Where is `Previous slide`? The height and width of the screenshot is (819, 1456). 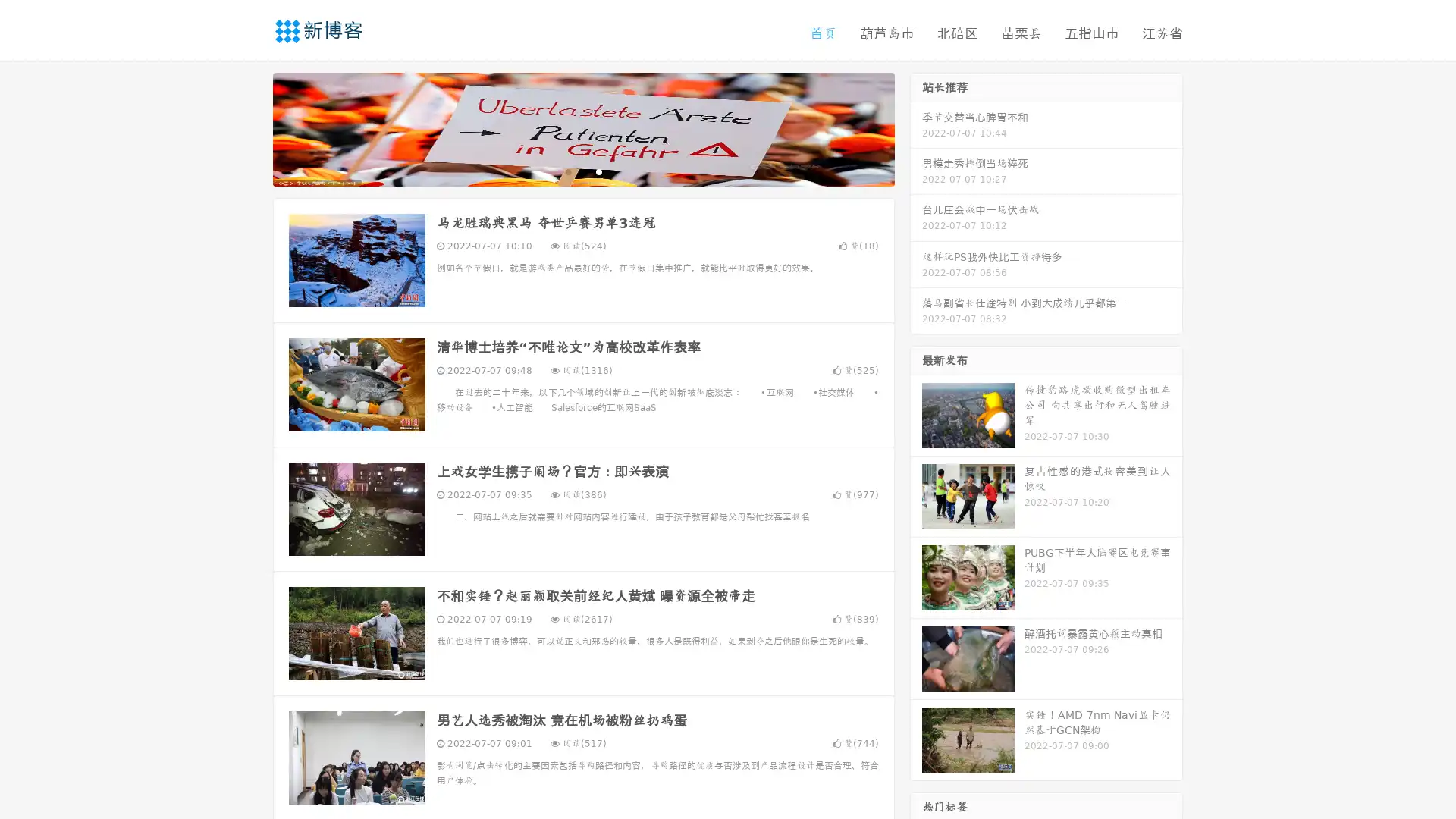
Previous slide is located at coordinates (250, 127).